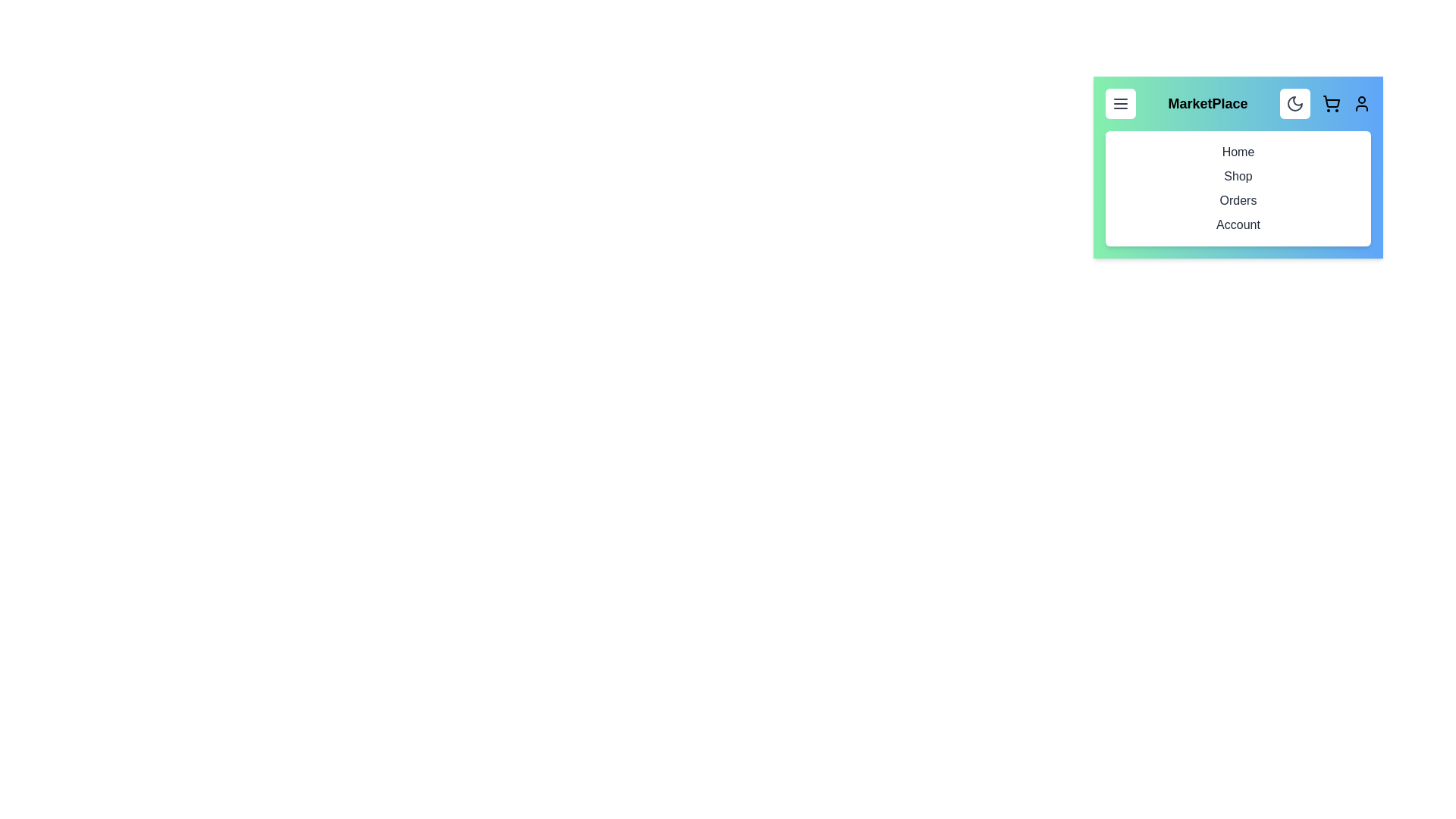  I want to click on theme toggle button to change the theme, so click(1294, 103).